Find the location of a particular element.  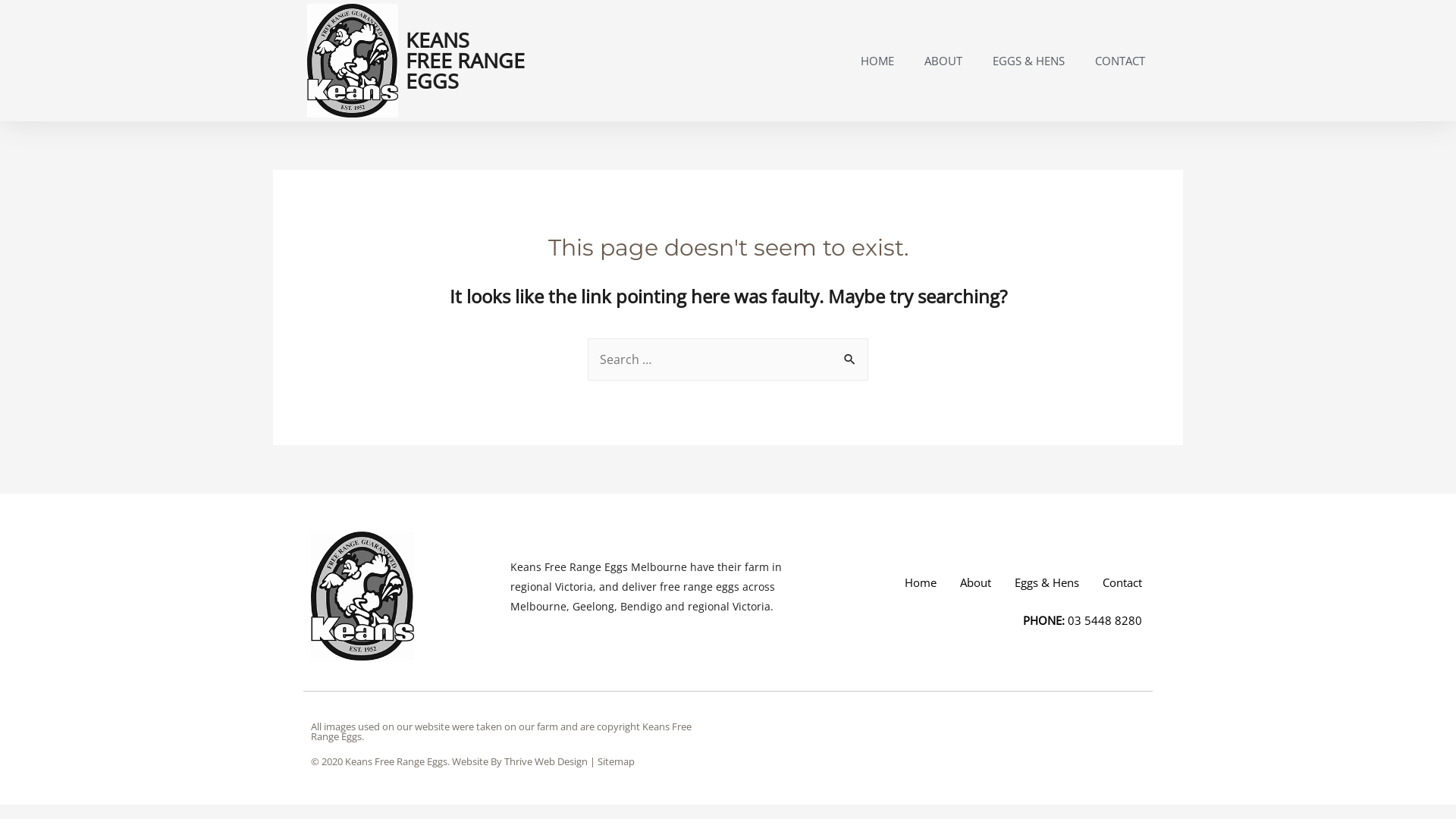

'Contact' is located at coordinates (1122, 581).